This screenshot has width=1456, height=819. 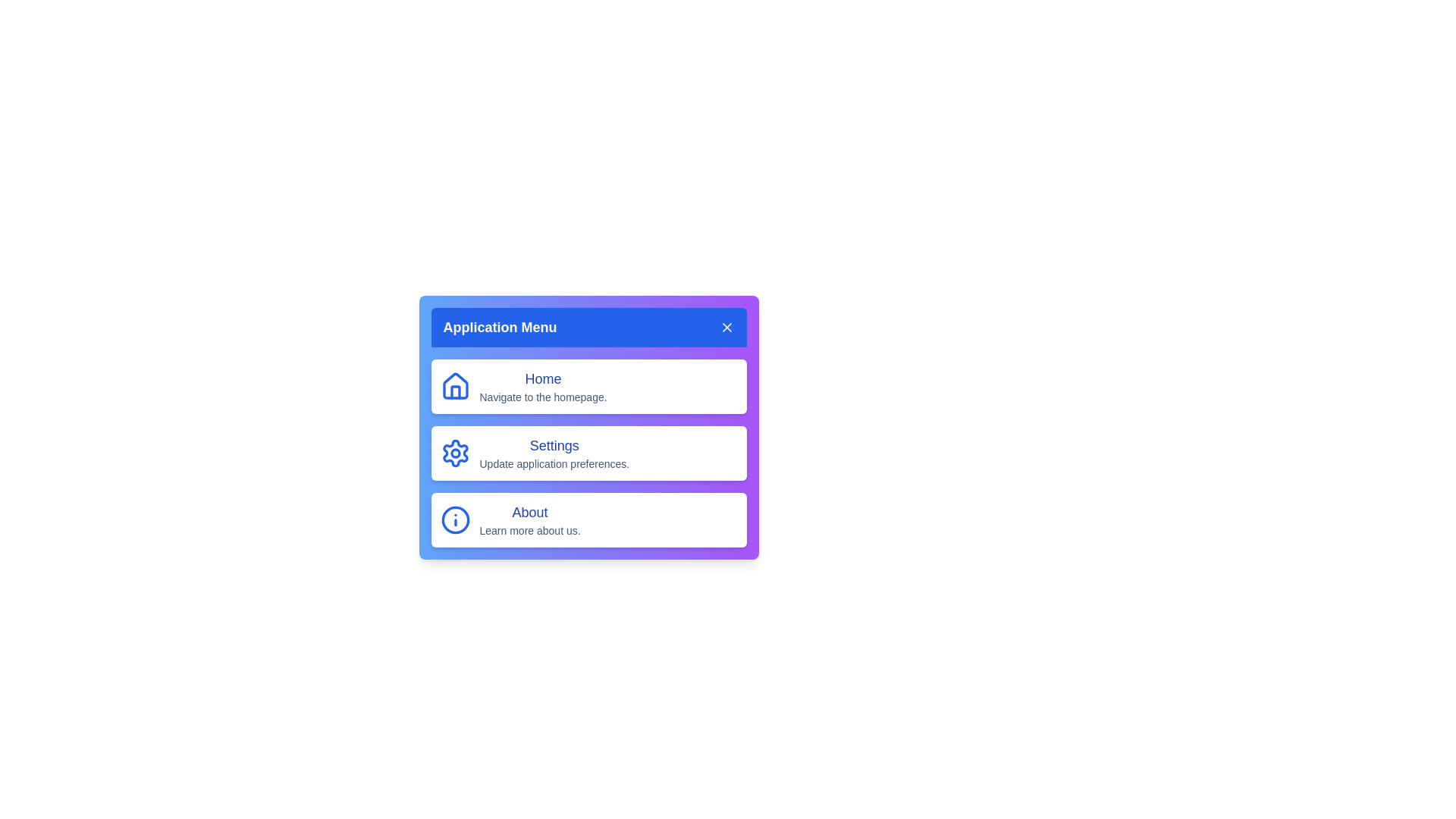 I want to click on the close button to toggle the visibility of the menu, so click(x=726, y=327).